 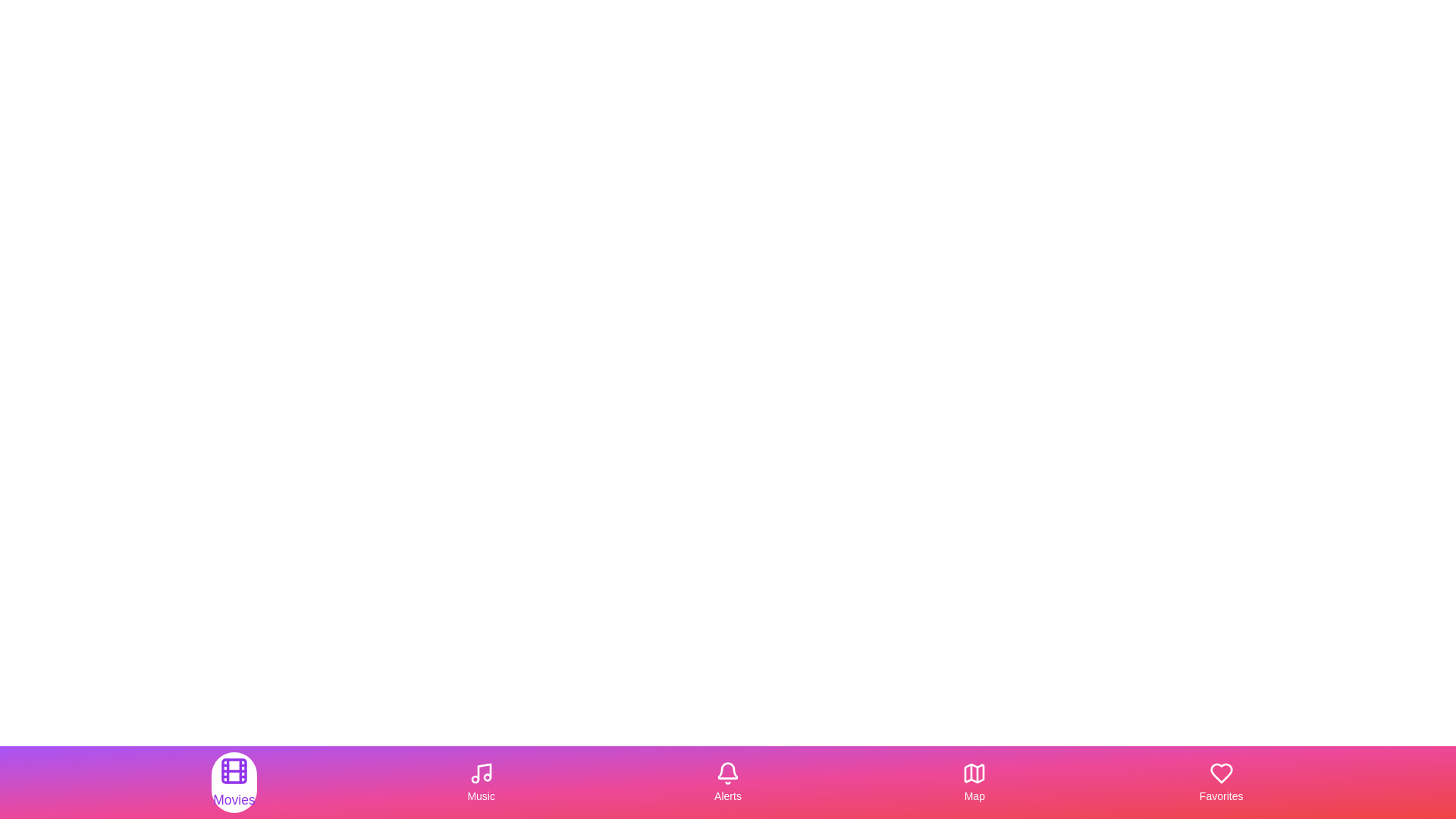 I want to click on the tab labeled Map in the MultimediaBottomNavigation component, so click(x=974, y=783).